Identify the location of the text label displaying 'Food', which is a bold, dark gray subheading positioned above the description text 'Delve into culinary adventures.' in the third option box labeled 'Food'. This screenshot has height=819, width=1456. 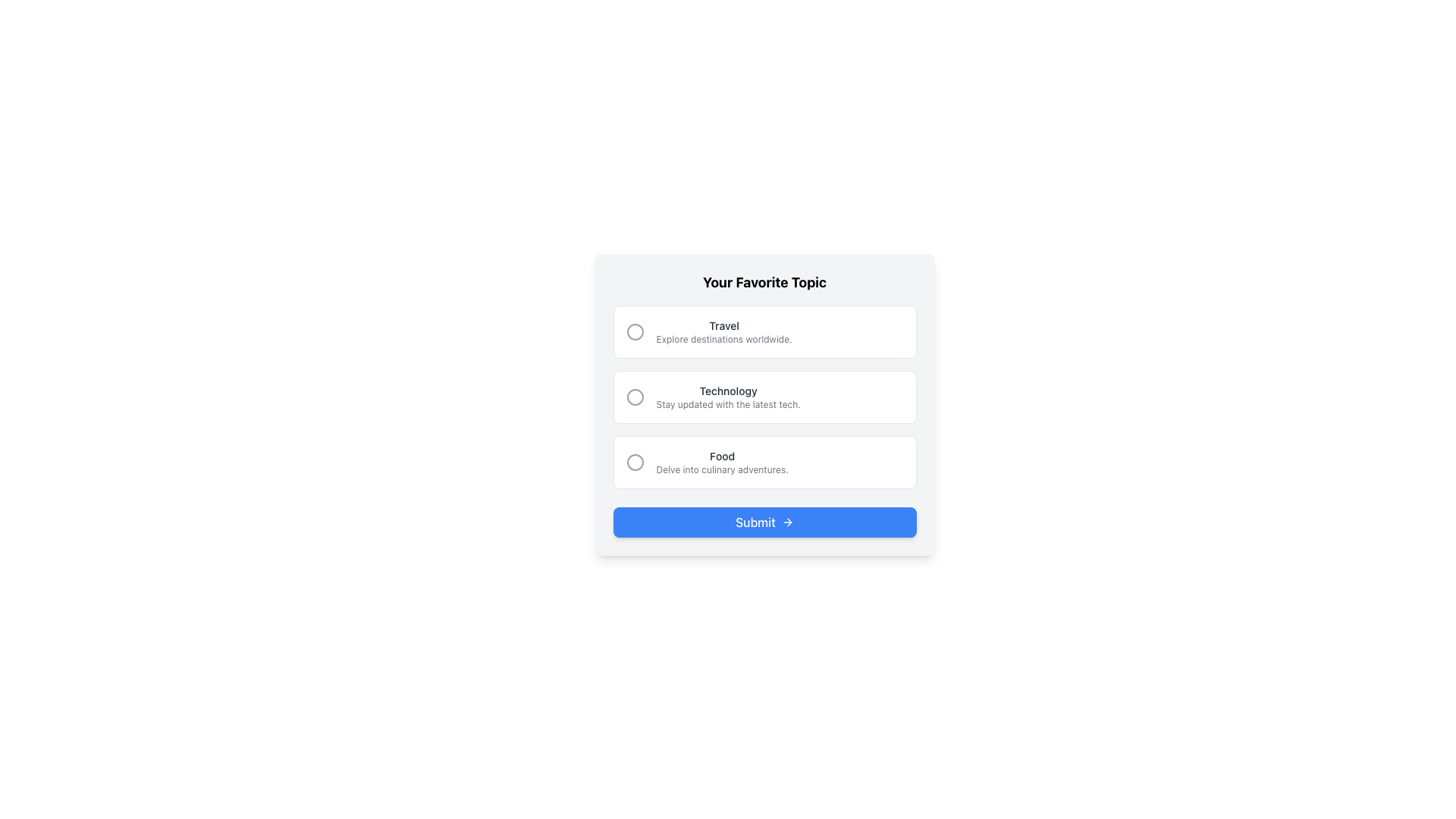
(721, 455).